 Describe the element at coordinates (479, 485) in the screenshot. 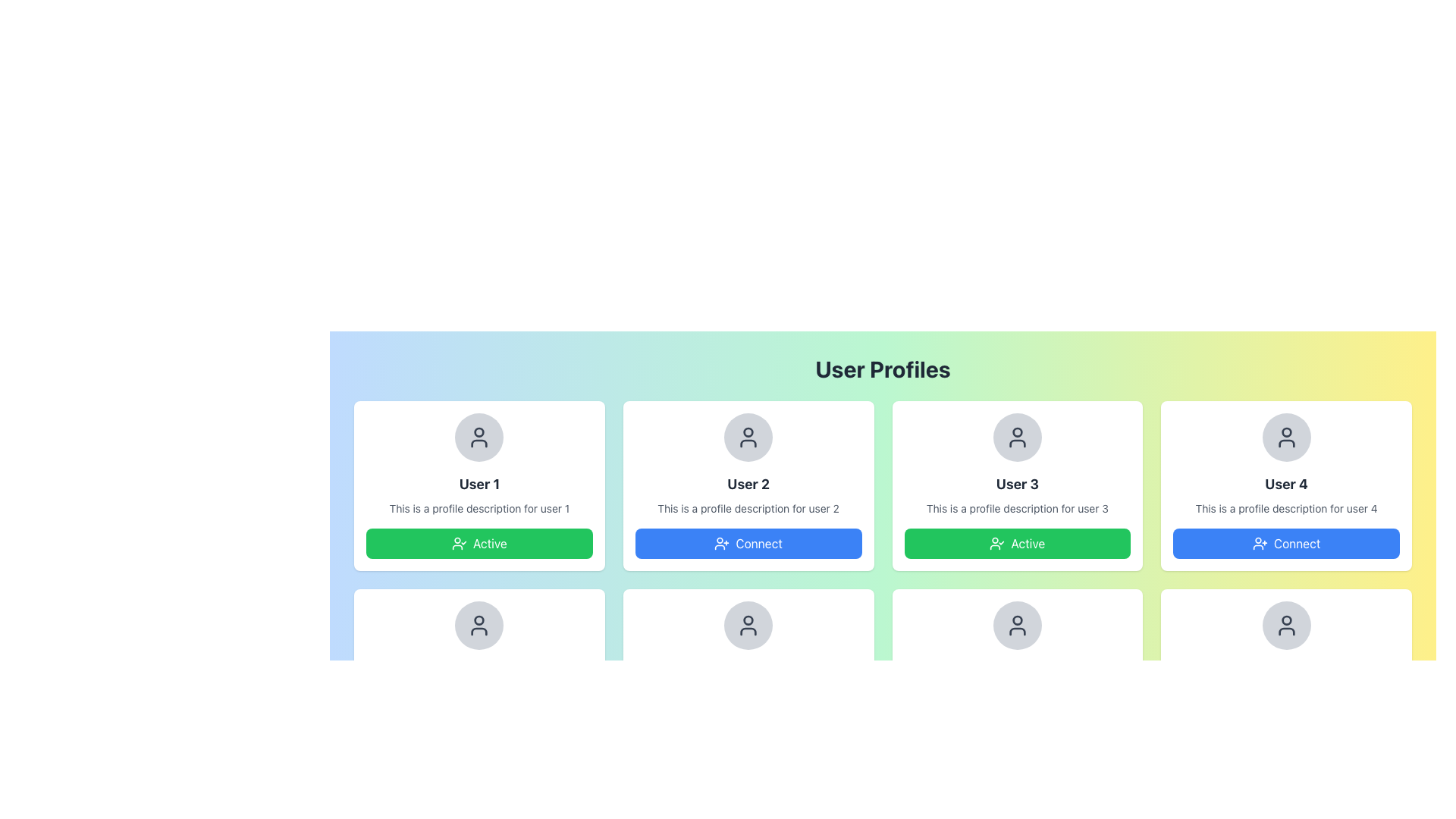

I see `the user profile card located at the top-left corner of the grid layout` at that location.